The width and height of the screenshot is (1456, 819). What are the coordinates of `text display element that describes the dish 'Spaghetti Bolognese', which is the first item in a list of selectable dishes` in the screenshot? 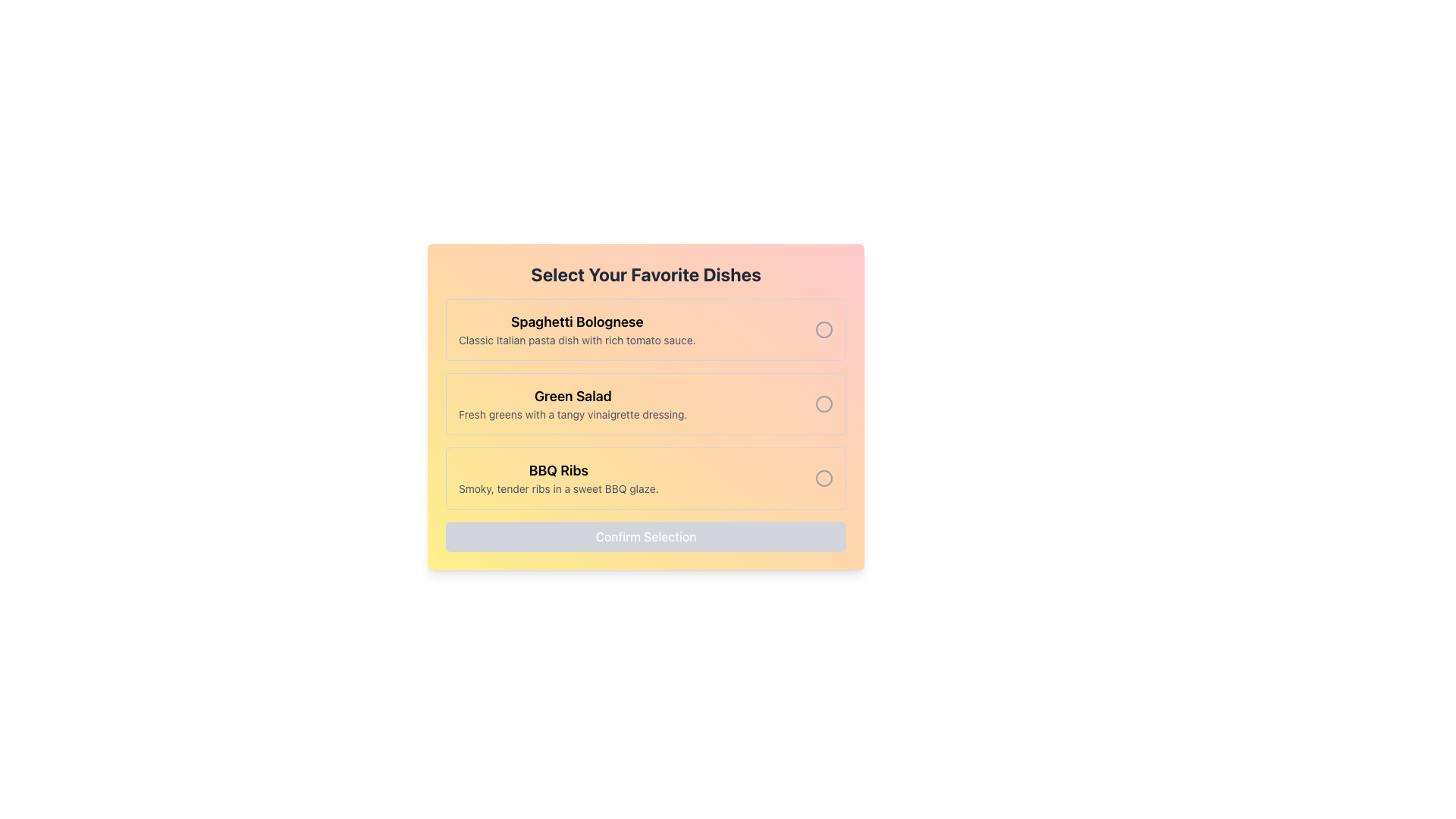 It's located at (576, 329).